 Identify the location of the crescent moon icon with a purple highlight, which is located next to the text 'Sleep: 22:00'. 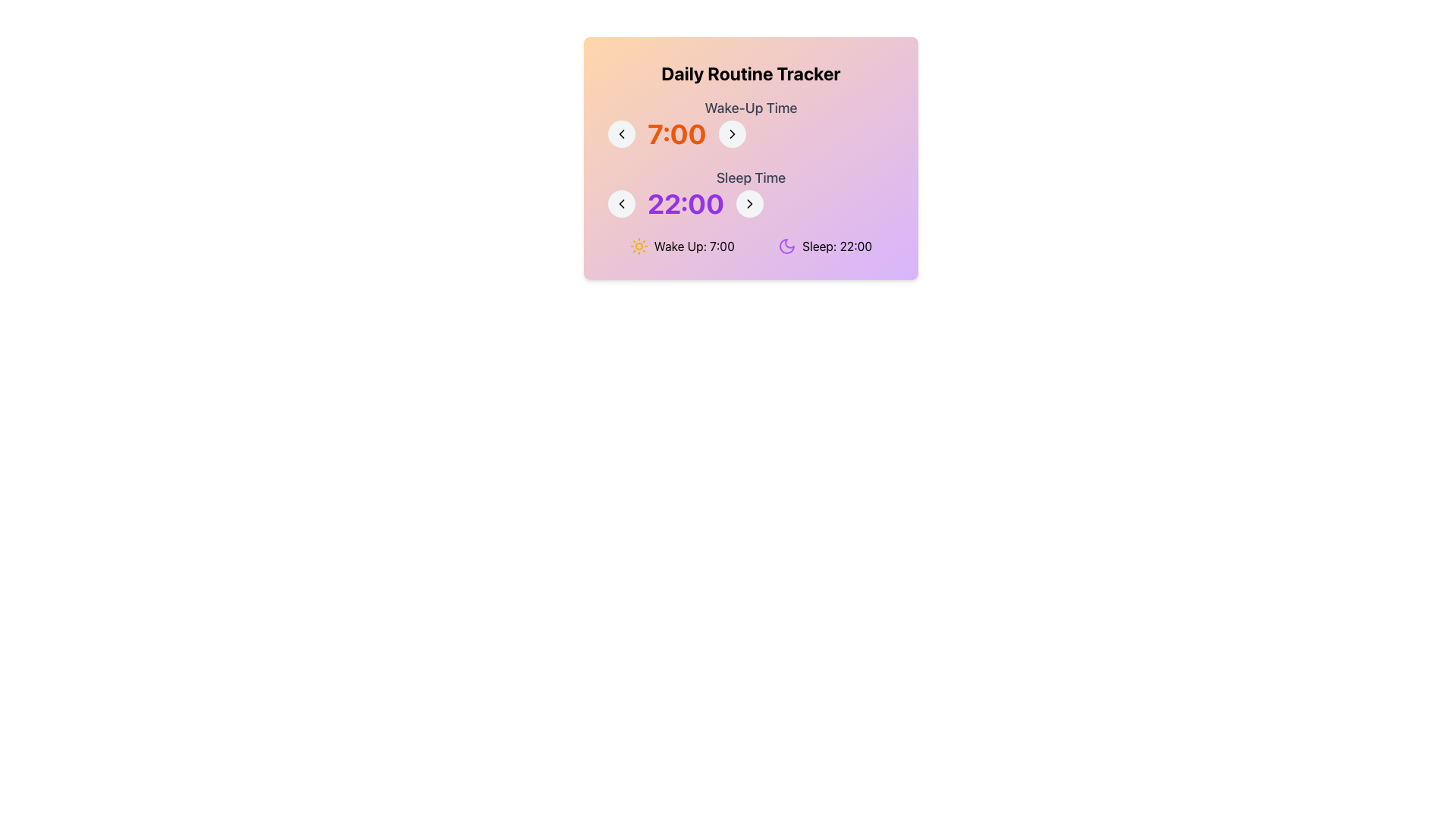
(787, 245).